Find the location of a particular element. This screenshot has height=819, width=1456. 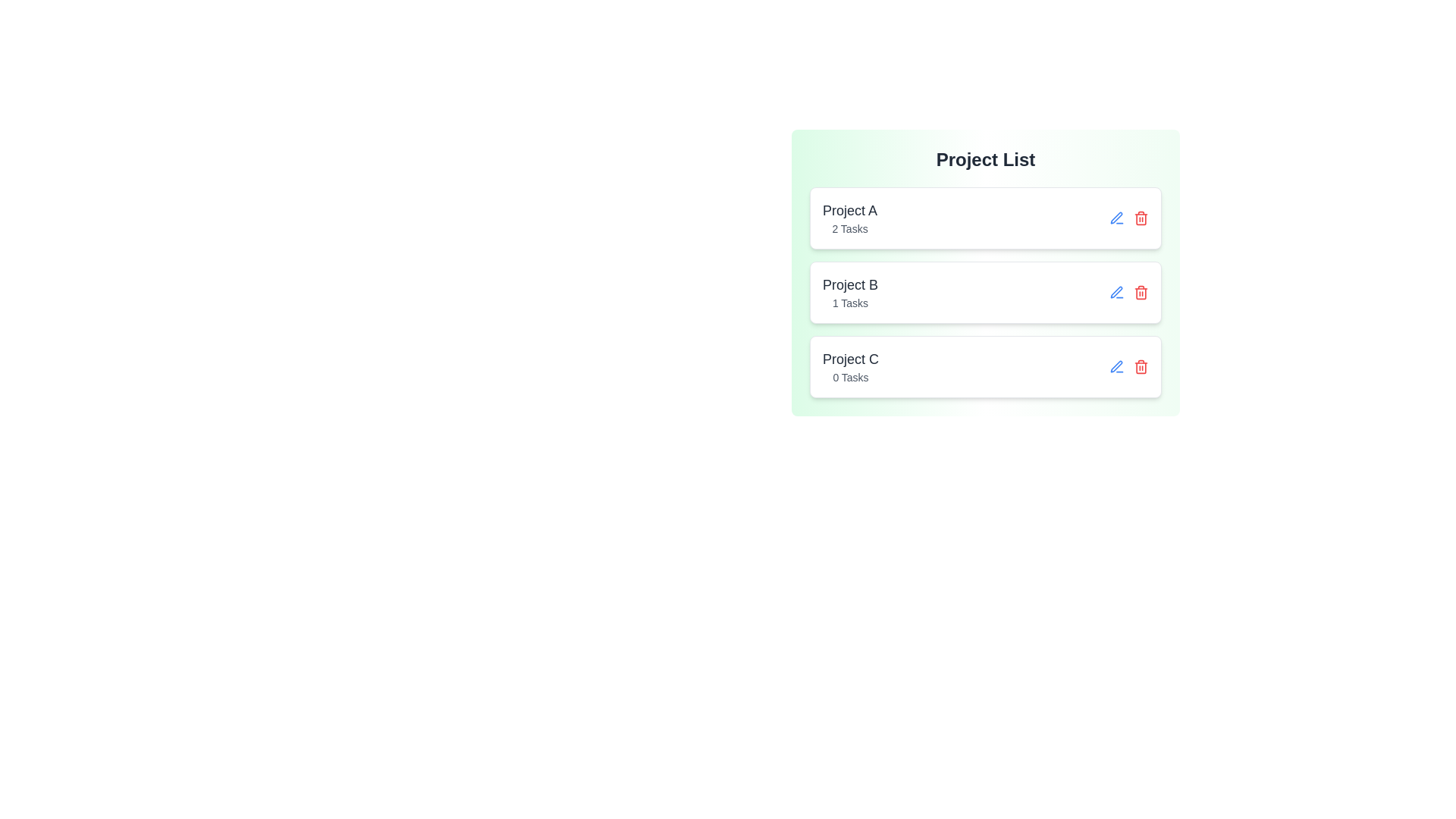

the edit icon for project Project C is located at coordinates (1117, 366).